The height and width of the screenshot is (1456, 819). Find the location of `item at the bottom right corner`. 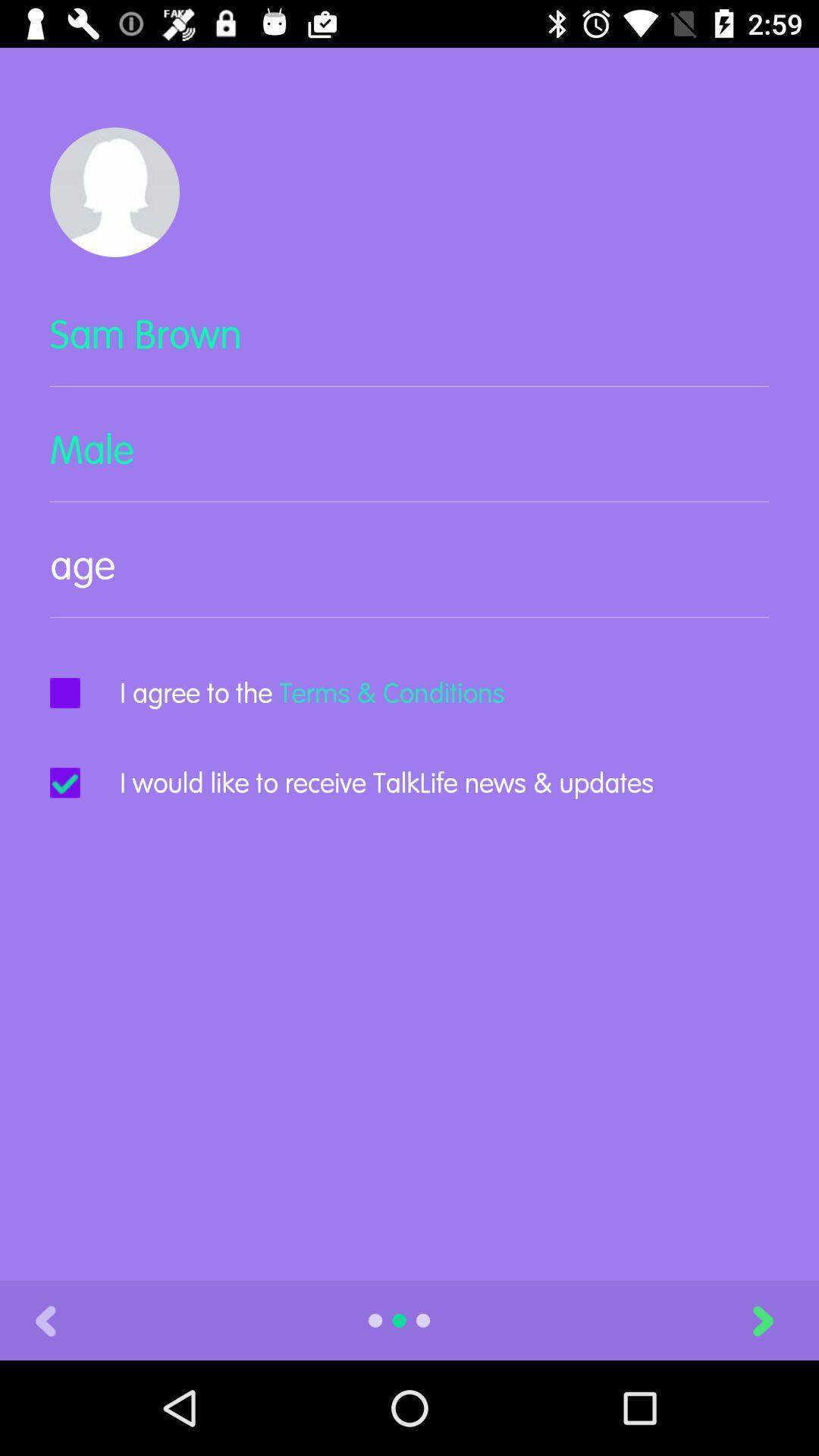

item at the bottom right corner is located at coordinates (780, 1319).